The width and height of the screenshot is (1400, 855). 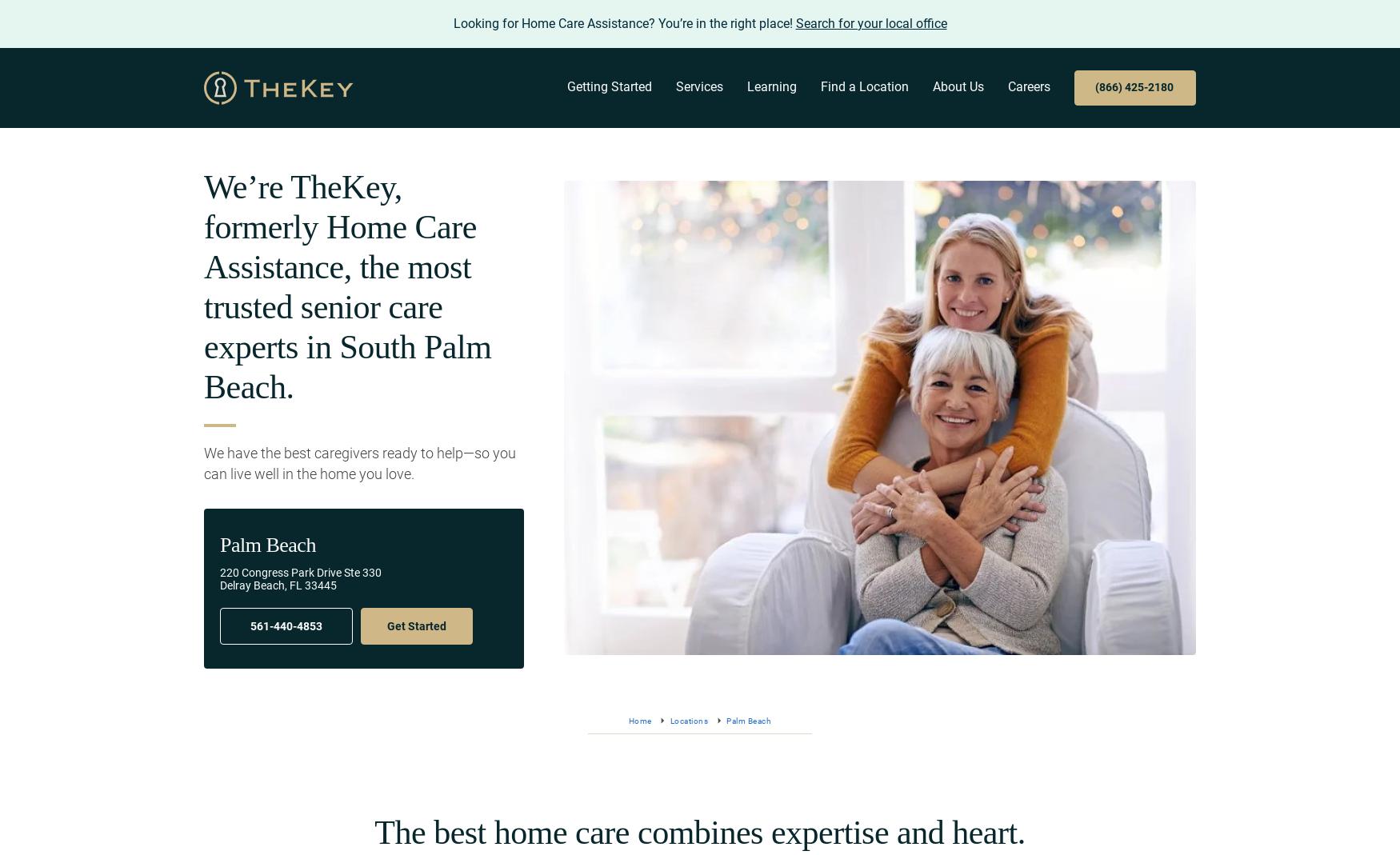 What do you see at coordinates (673, 188) in the screenshot?
I see `'Memory Care at Home'` at bounding box center [673, 188].